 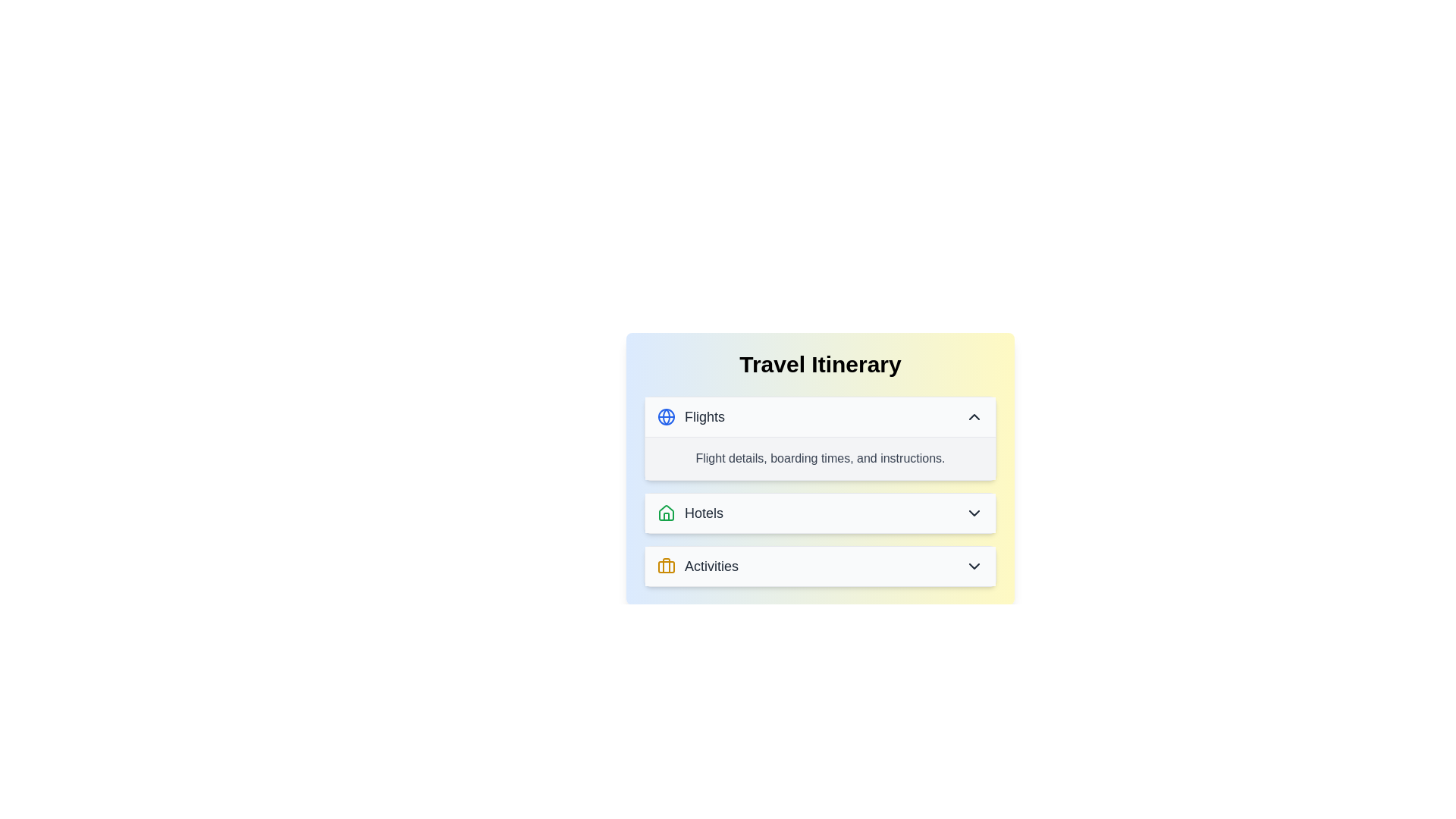 What do you see at coordinates (819, 491) in the screenshot?
I see `the Informational text section that provides details about flight boarding times and instructions, located beneath the 'Flights' section and above the 'Hotels' section` at bounding box center [819, 491].